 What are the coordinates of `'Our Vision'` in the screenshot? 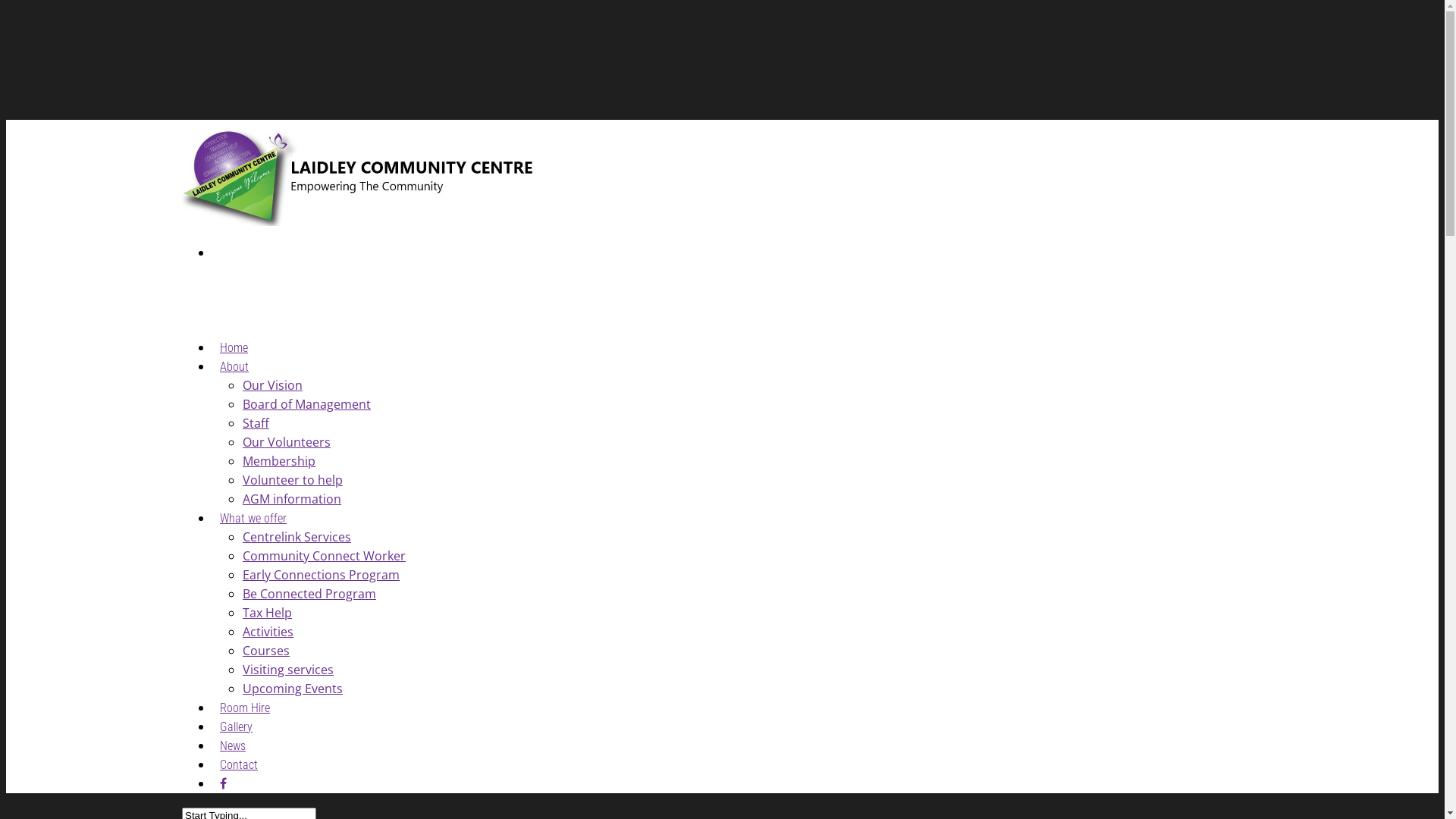 It's located at (272, 384).